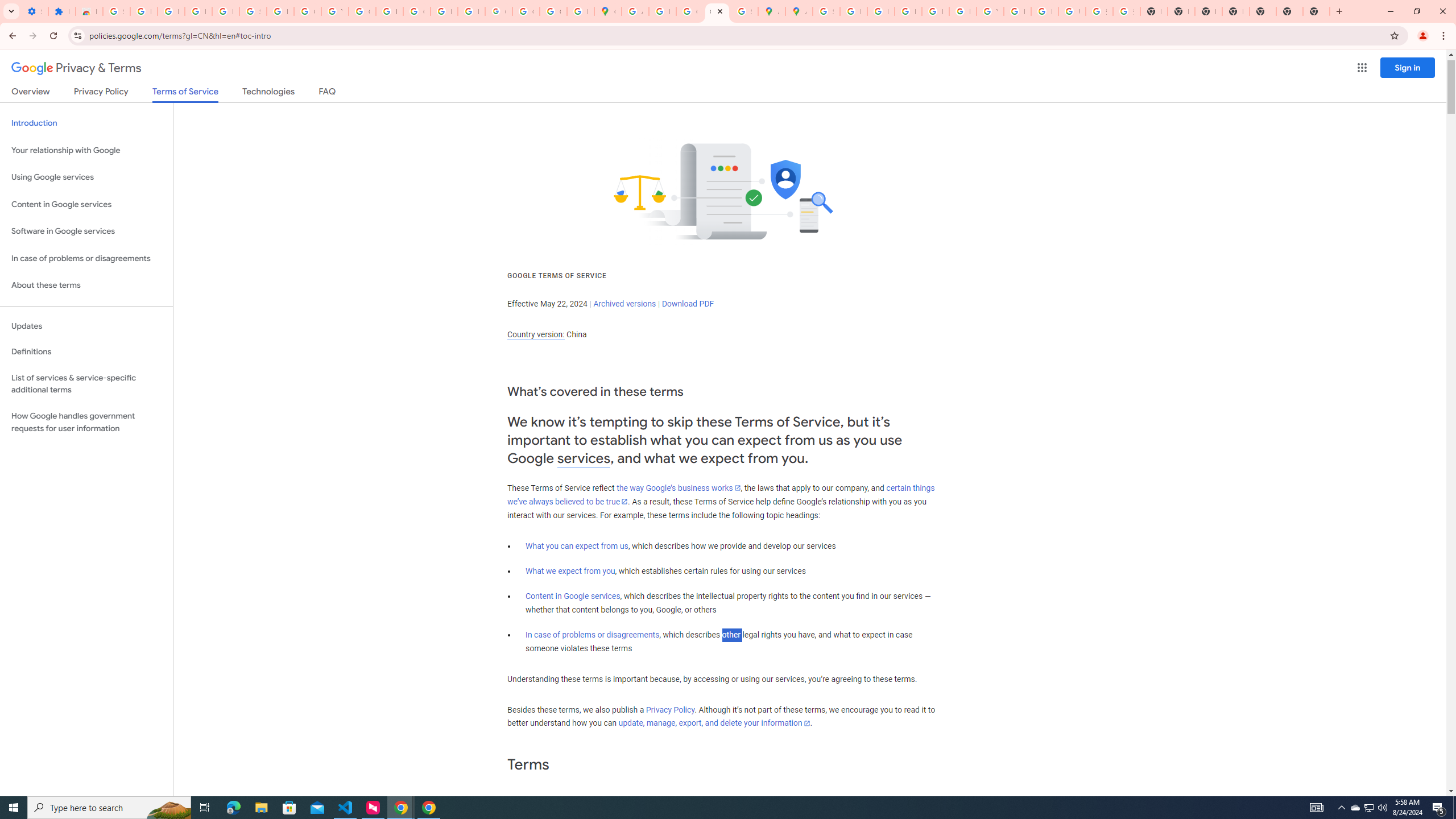 This screenshot has height=819, width=1456. What do you see at coordinates (86, 383) in the screenshot?
I see `'List of services & service-specific additional terms'` at bounding box center [86, 383].